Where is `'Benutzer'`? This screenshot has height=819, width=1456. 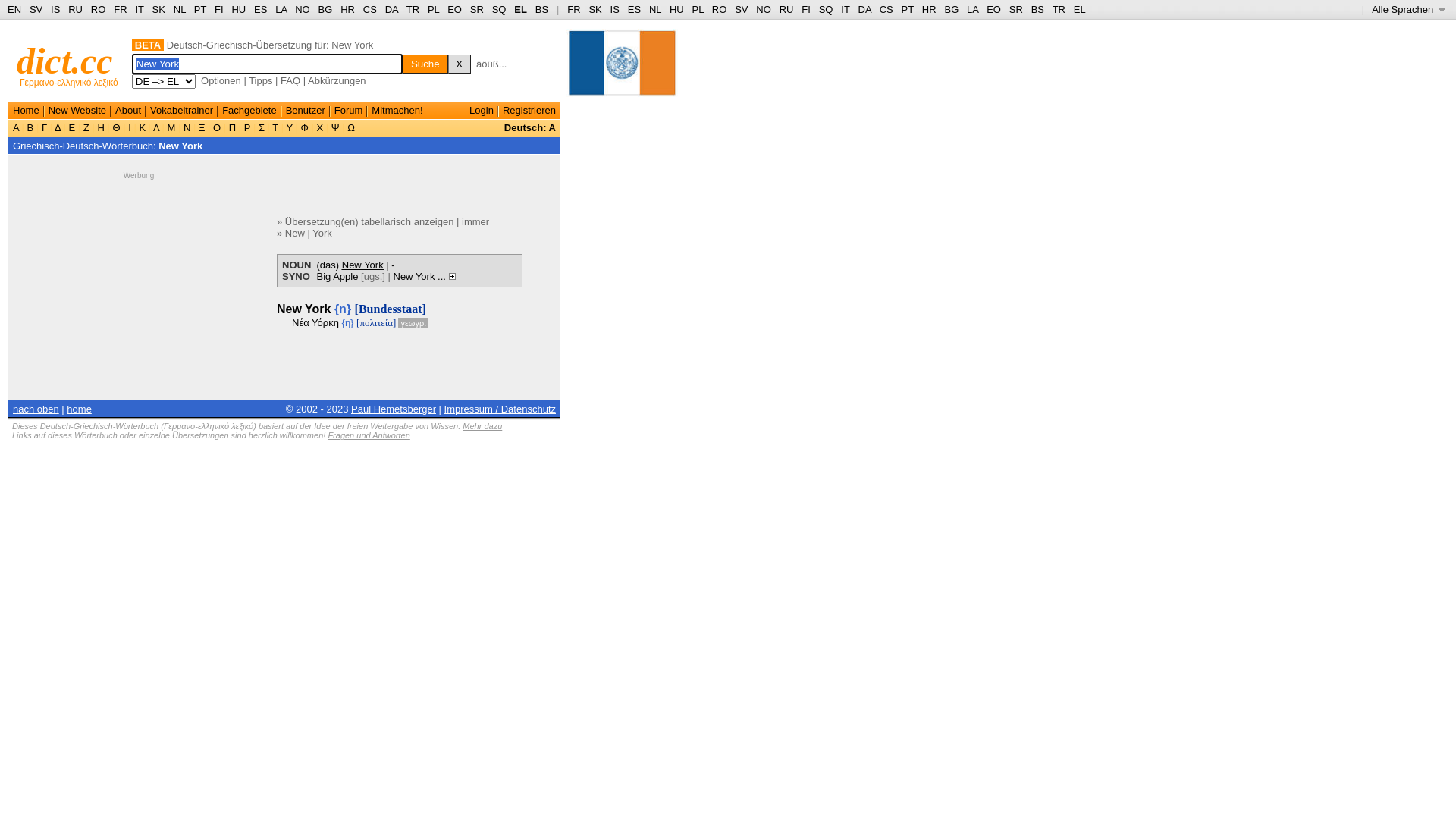
'Benutzer' is located at coordinates (305, 109).